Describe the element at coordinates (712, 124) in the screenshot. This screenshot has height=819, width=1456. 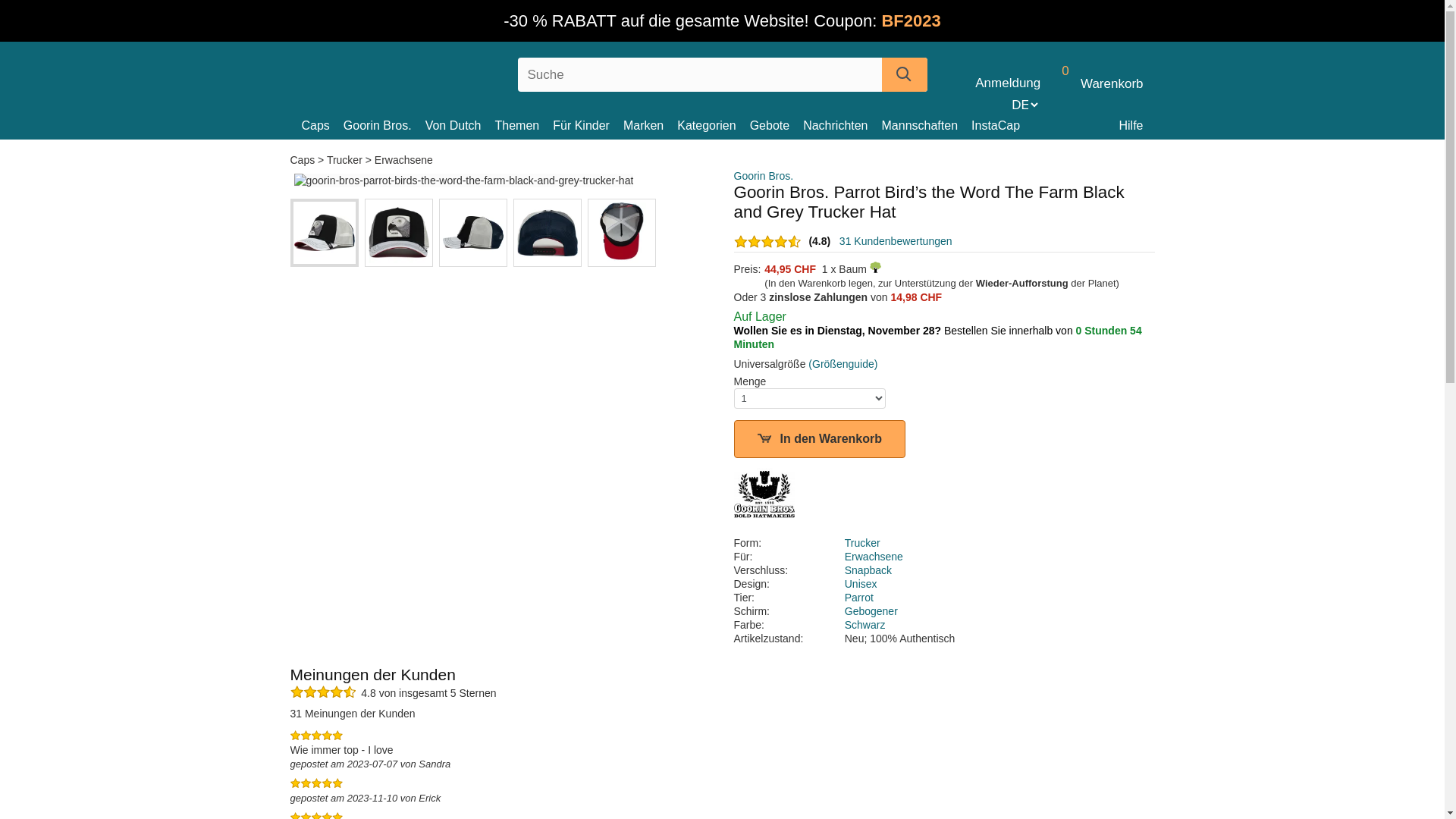
I see `'Kategorien'` at that location.